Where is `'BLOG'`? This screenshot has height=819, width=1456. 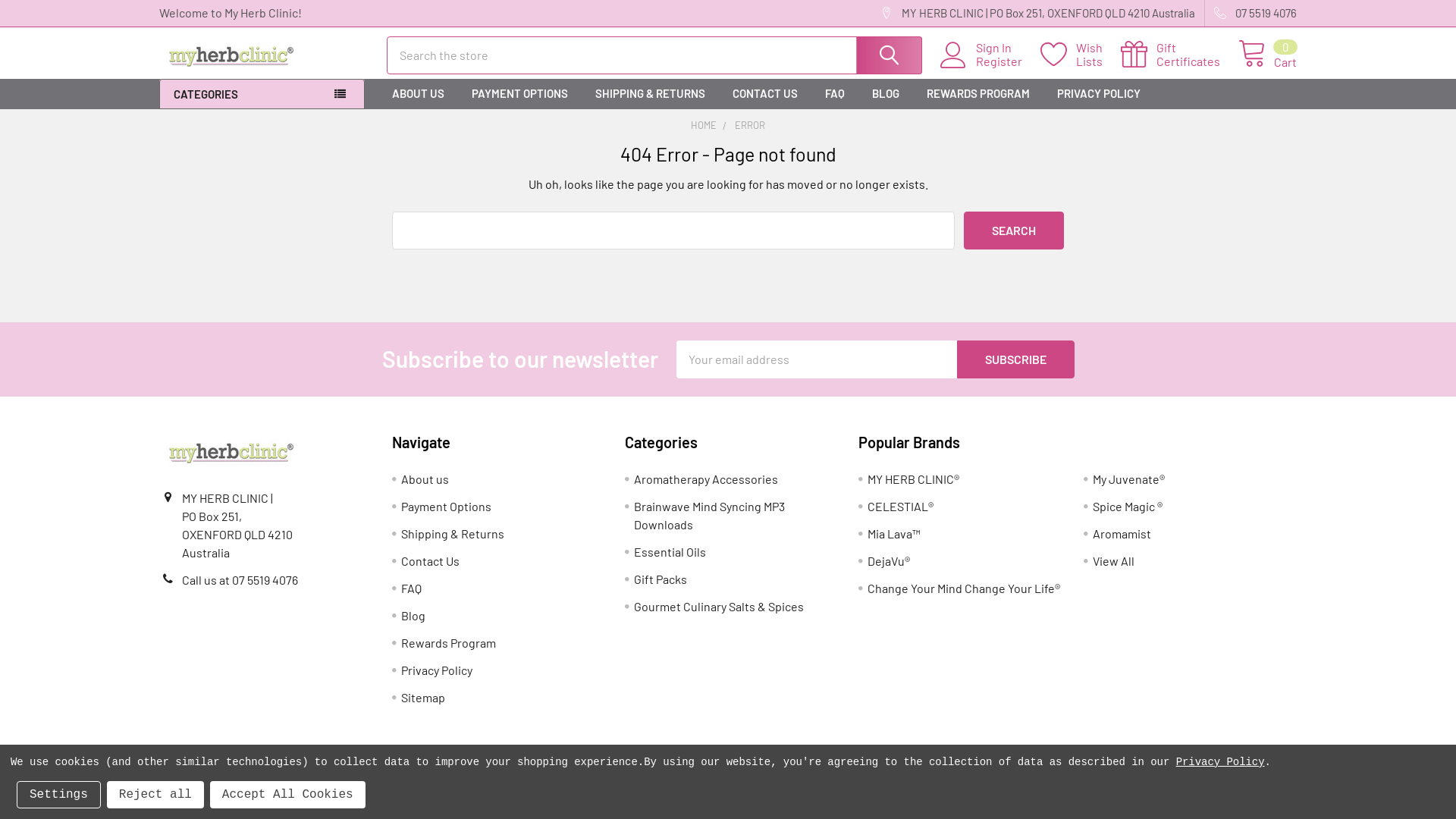 'BLOG' is located at coordinates (885, 93).